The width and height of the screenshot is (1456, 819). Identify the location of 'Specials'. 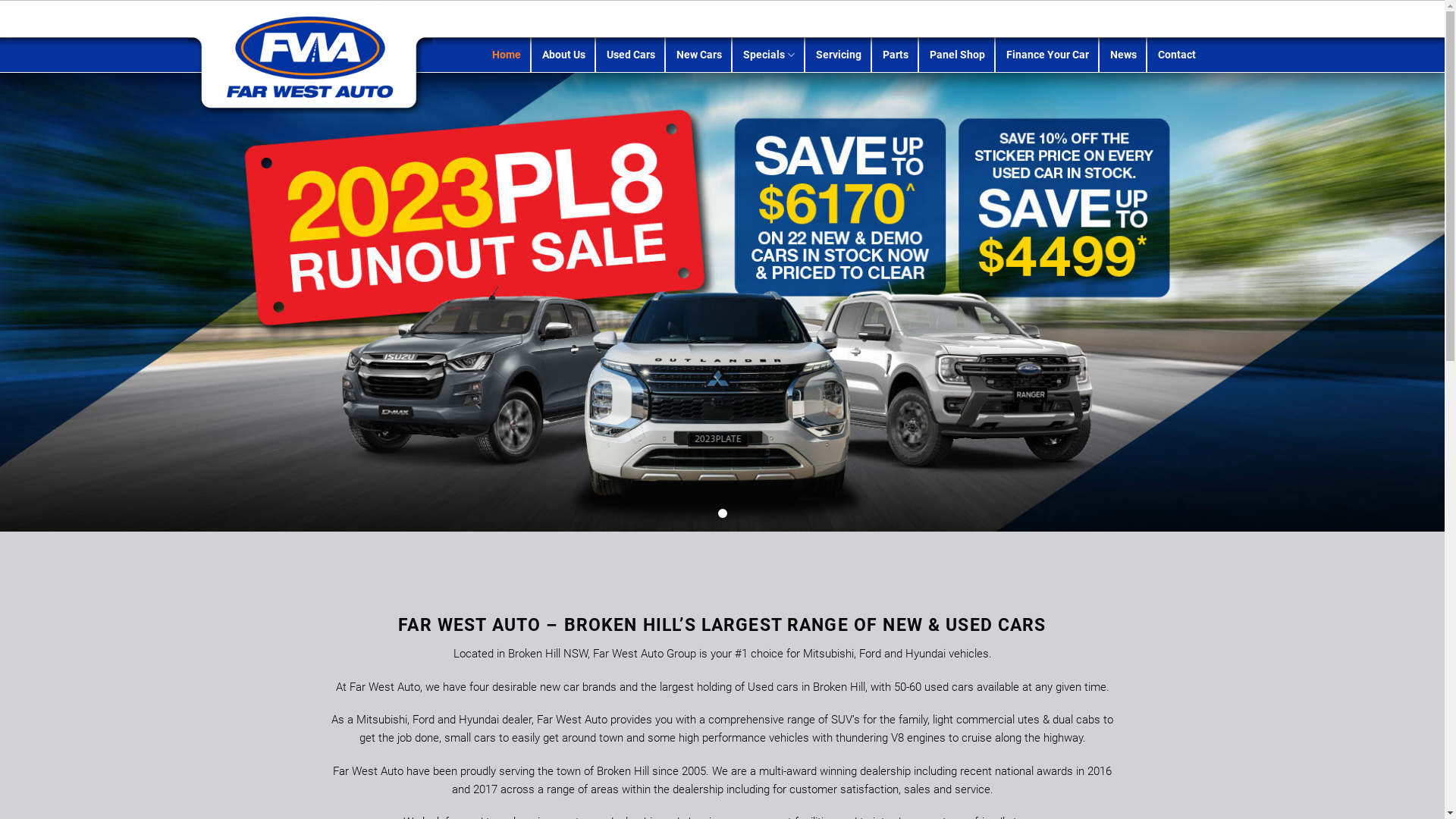
(768, 54).